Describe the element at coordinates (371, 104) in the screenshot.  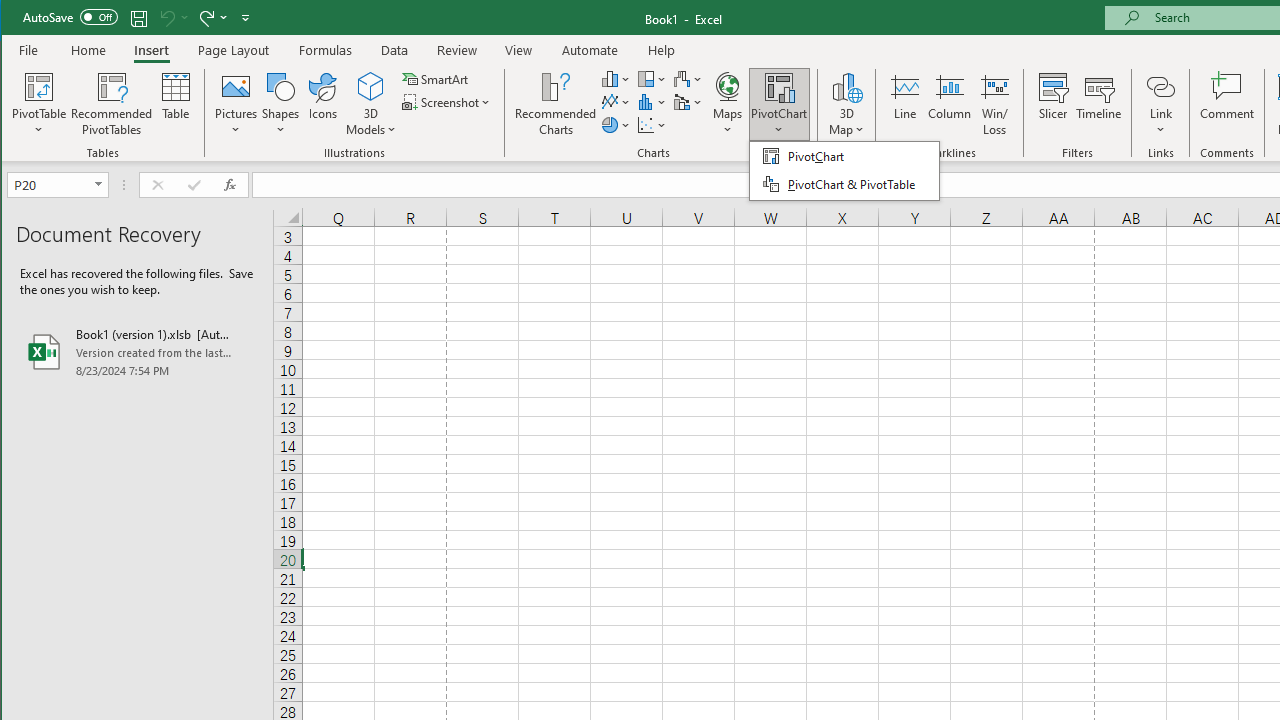
I see `'3D Models'` at that location.